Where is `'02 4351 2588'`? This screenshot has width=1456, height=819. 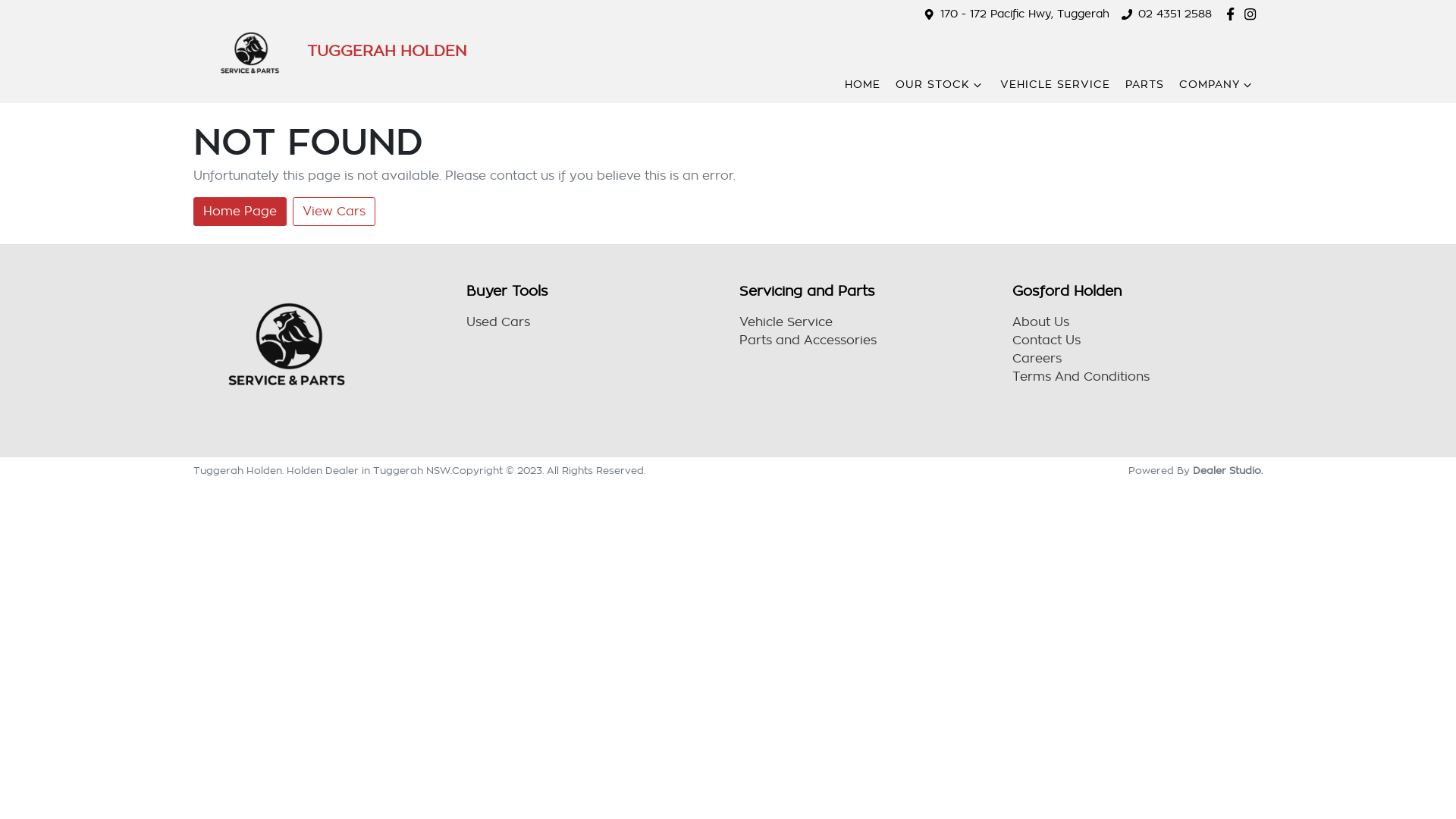
'02 4351 2588' is located at coordinates (1174, 14).